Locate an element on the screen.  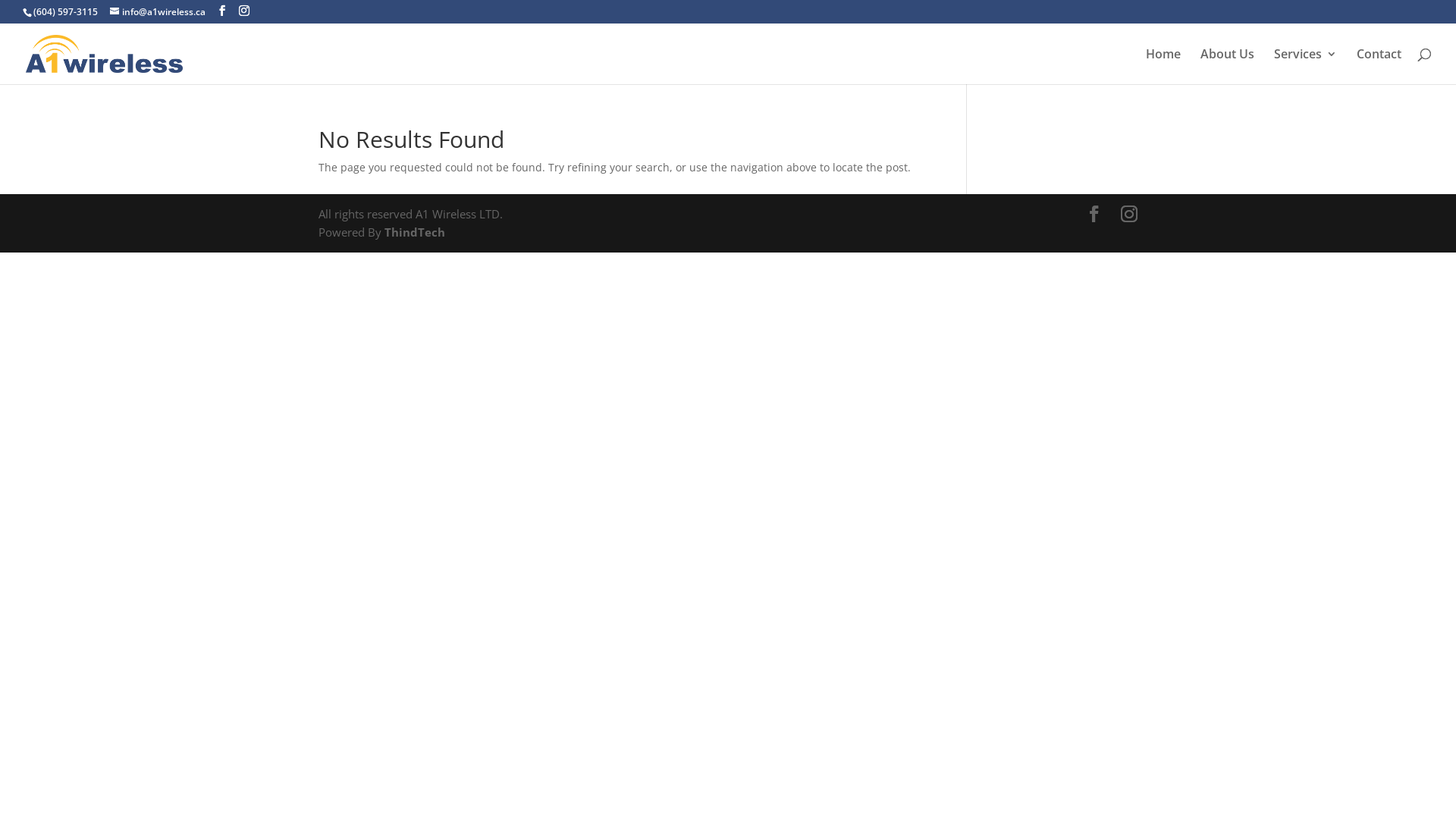
'ThindTech' is located at coordinates (413, 231).